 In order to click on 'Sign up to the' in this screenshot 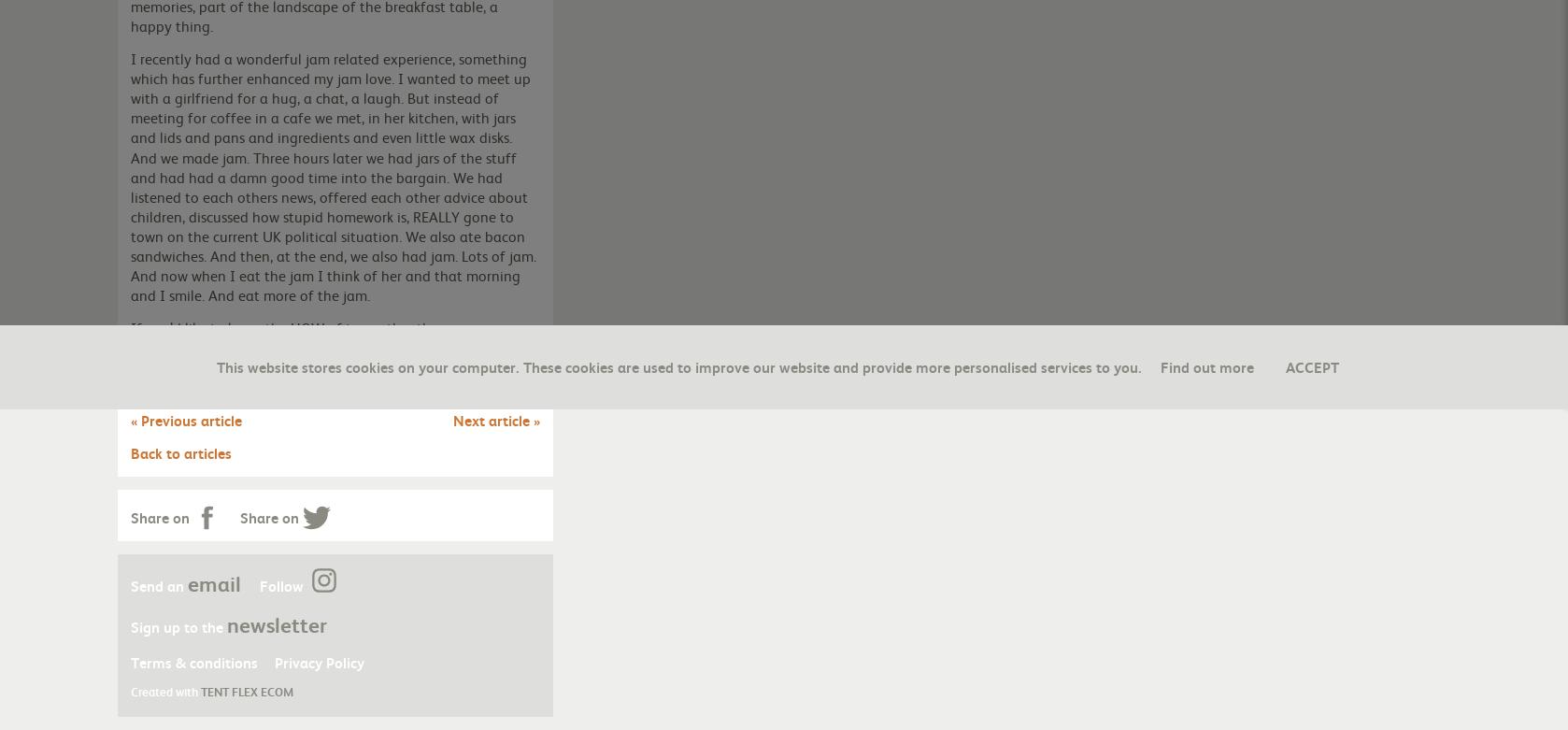, I will do `click(178, 625)`.